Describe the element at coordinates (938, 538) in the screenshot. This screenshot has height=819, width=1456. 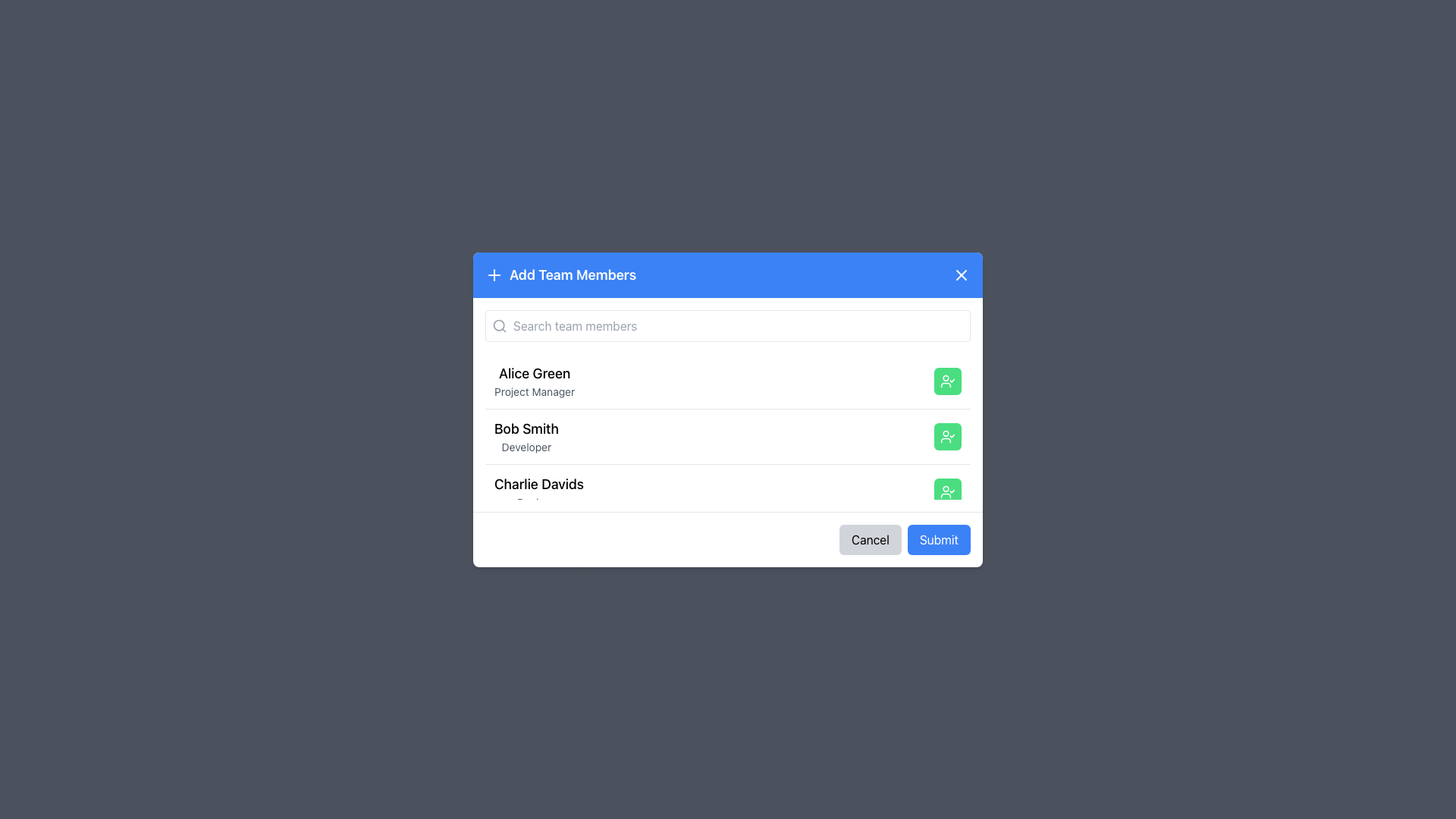
I see `the blue 'Submit' button with rounded corners to change its color` at that location.